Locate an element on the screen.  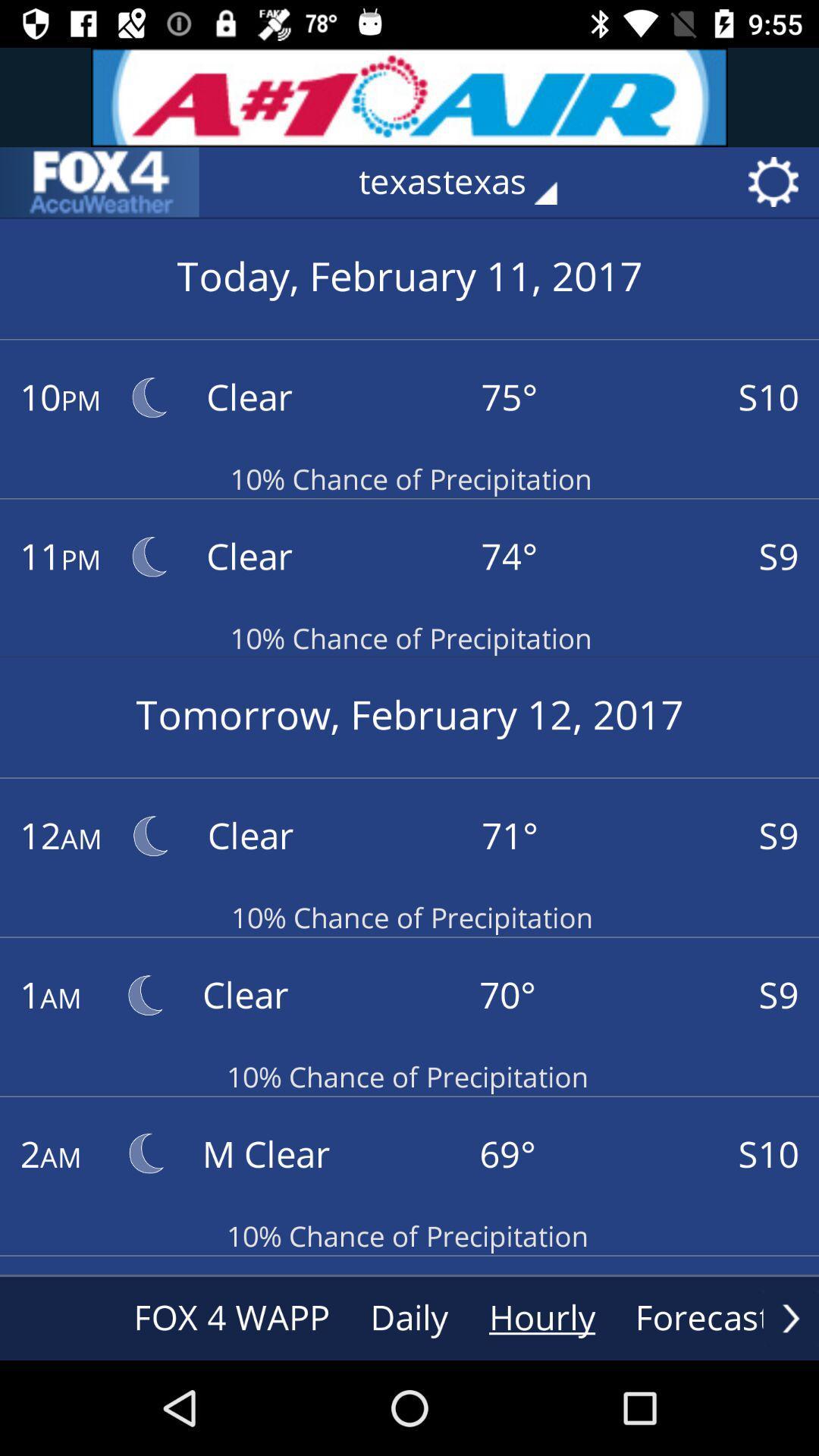
the arrow_forward icon is located at coordinates (790, 1317).